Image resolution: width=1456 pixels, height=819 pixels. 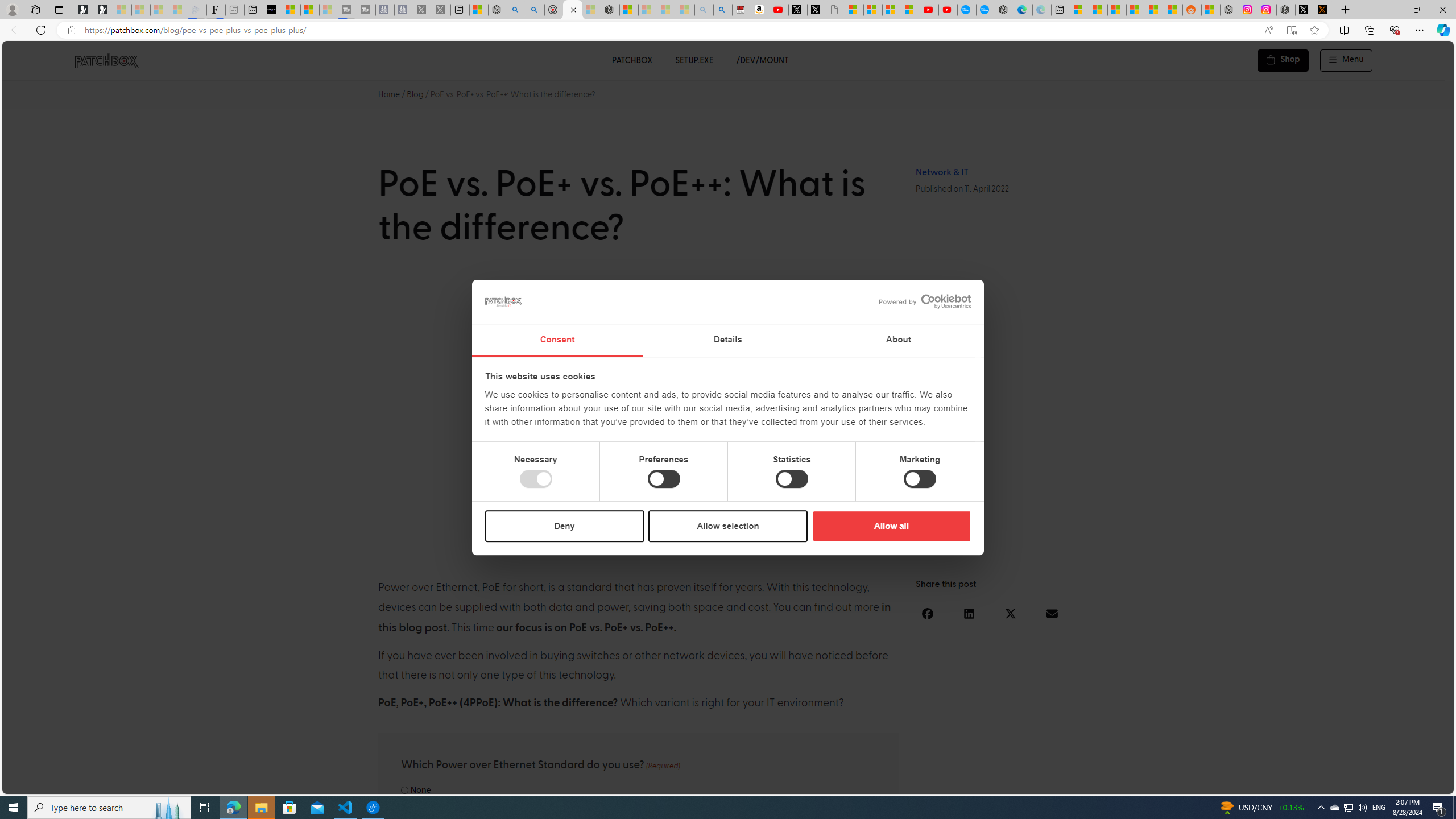 I want to click on '/DEV/MOUNT', so click(x=763, y=60).